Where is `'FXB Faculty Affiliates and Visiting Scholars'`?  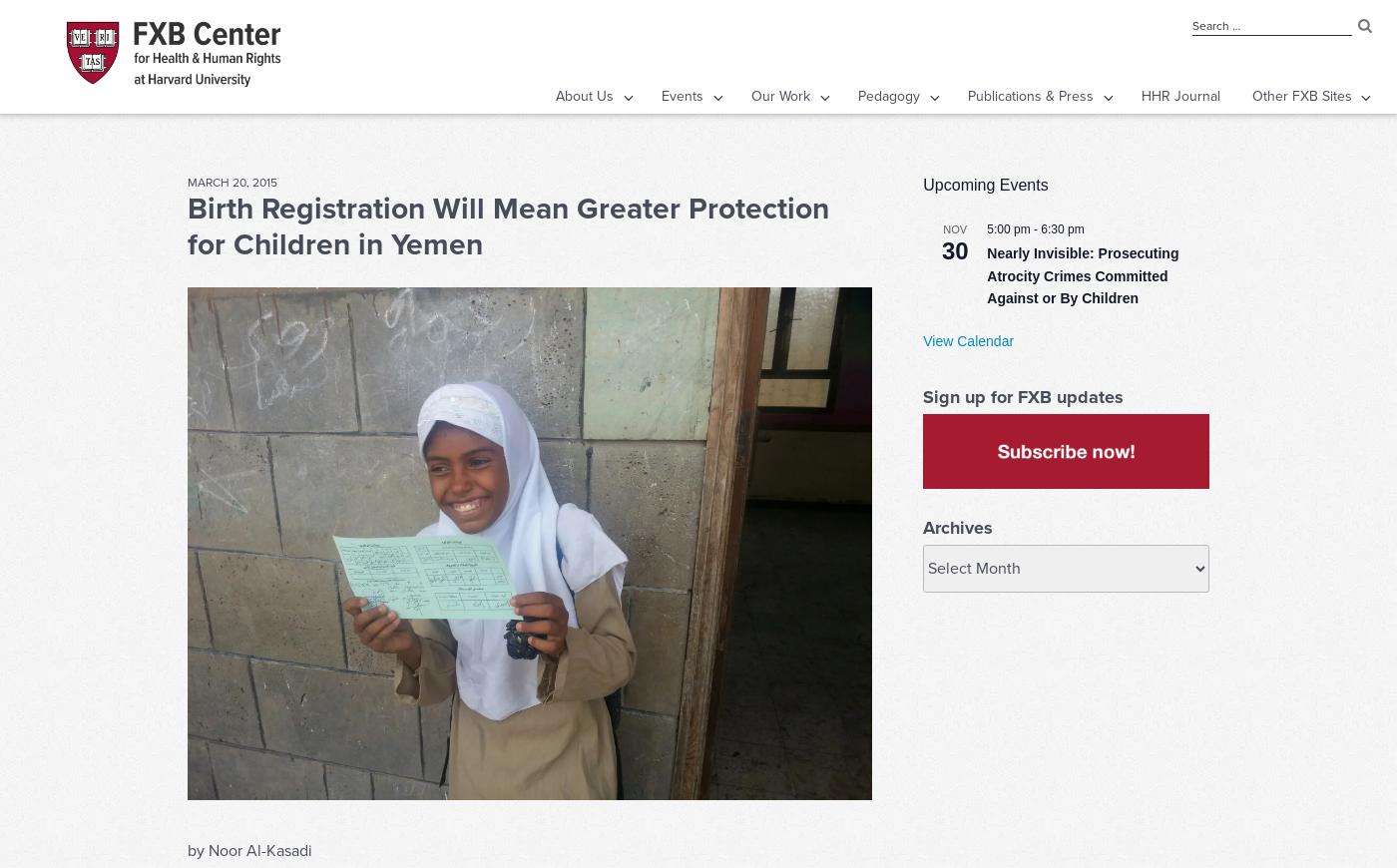
'FXB Faculty Affiliates and Visiting Scholars' is located at coordinates (514, 272).